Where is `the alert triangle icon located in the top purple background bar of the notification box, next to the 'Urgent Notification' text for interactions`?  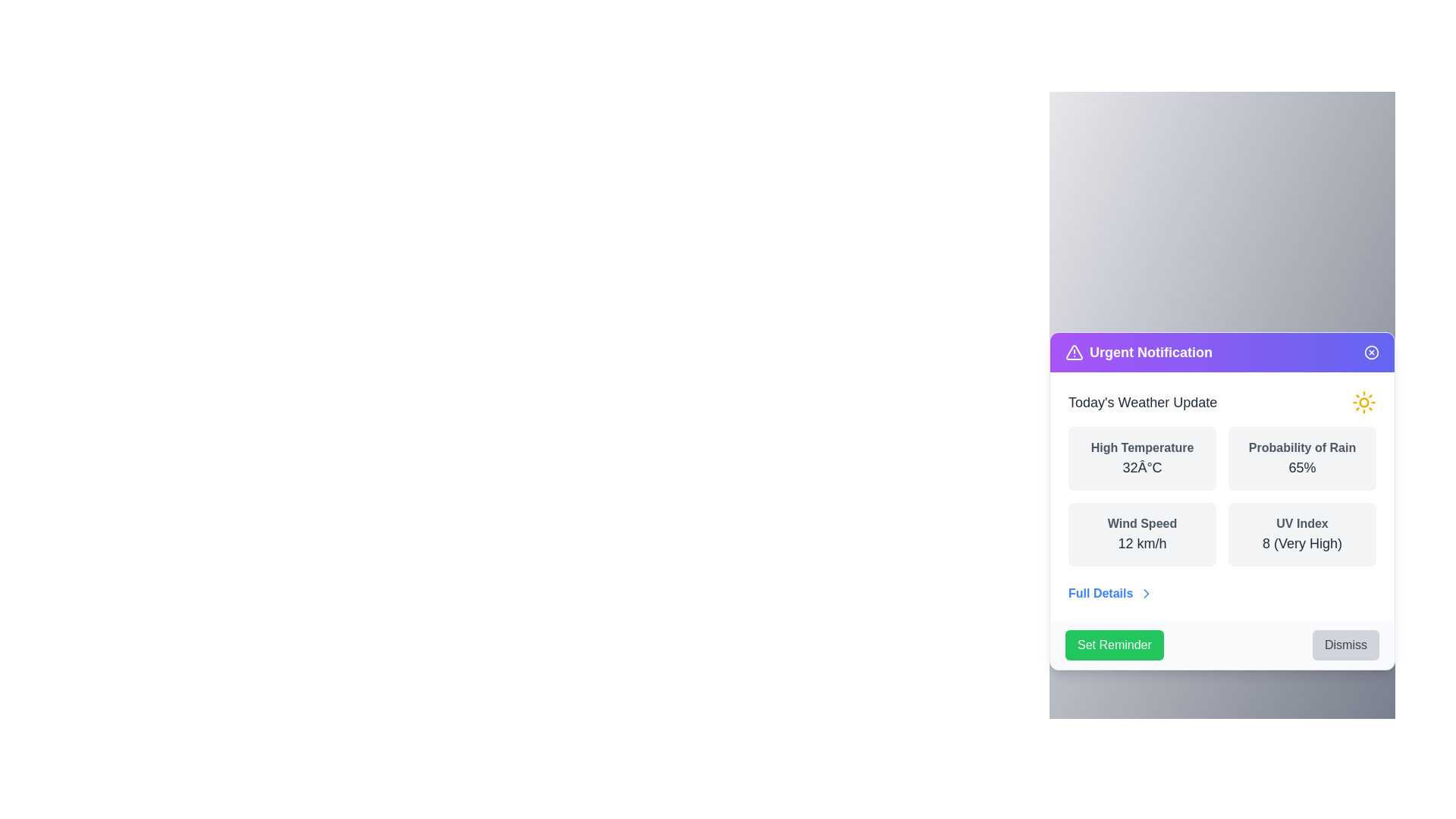 the alert triangle icon located in the top purple background bar of the notification box, next to the 'Urgent Notification' text for interactions is located at coordinates (1073, 351).